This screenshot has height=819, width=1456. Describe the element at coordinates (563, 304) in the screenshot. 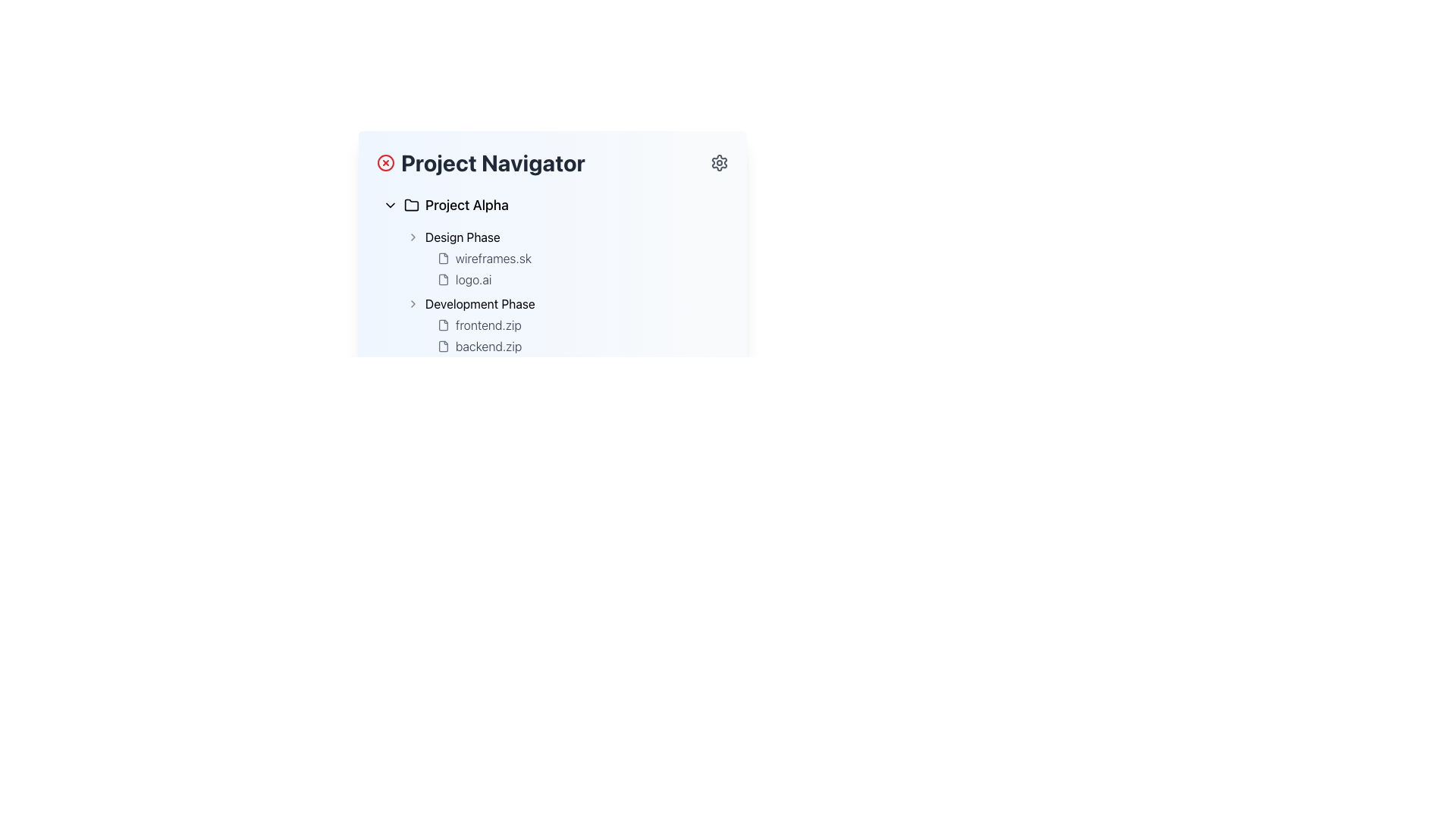

I see `the first Expandable Button under 'Project Alpha' that is positioned below 'Design Phase'` at that location.